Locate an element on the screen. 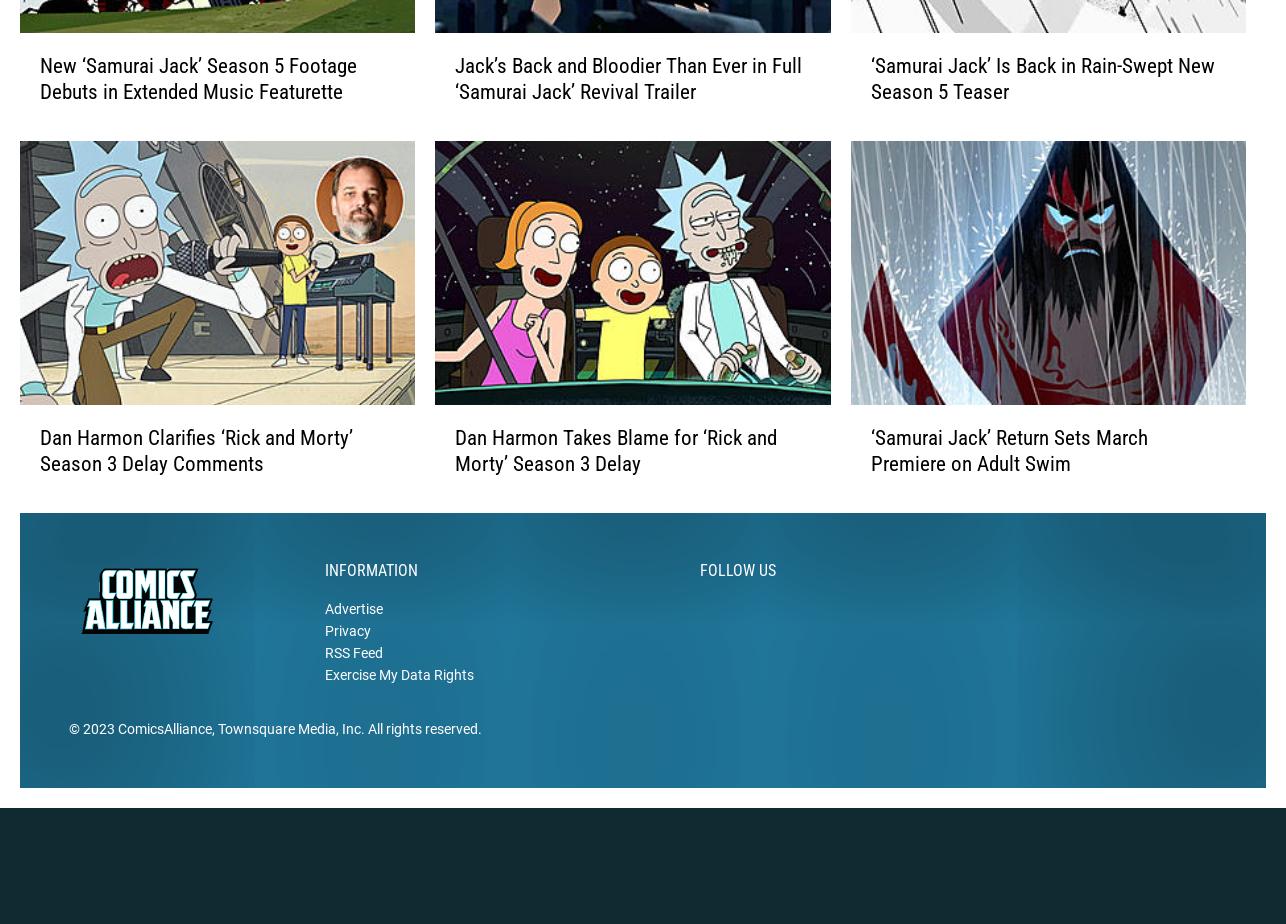  'Jack’s Back and Bloodier Than Ever in Full ‘Samurai Jack’ Revival Trailer' is located at coordinates (627, 110).